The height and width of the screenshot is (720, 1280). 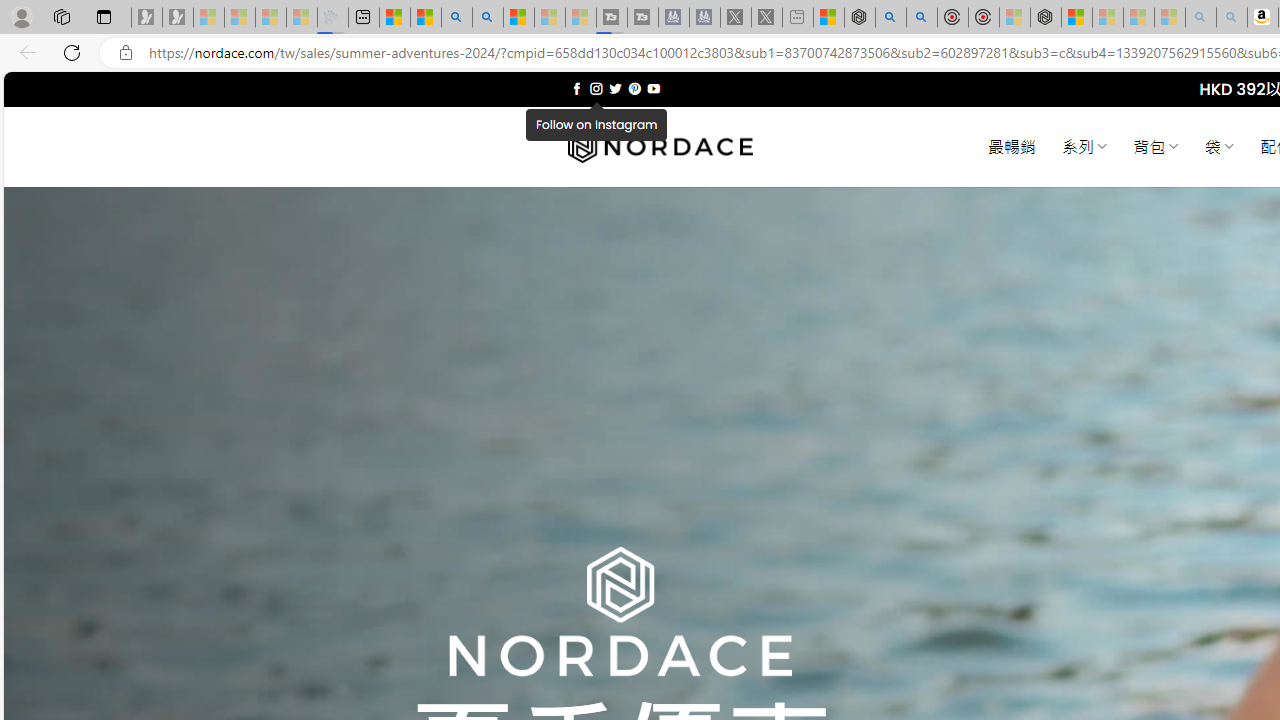 I want to click on 'poe - Search', so click(x=889, y=17).